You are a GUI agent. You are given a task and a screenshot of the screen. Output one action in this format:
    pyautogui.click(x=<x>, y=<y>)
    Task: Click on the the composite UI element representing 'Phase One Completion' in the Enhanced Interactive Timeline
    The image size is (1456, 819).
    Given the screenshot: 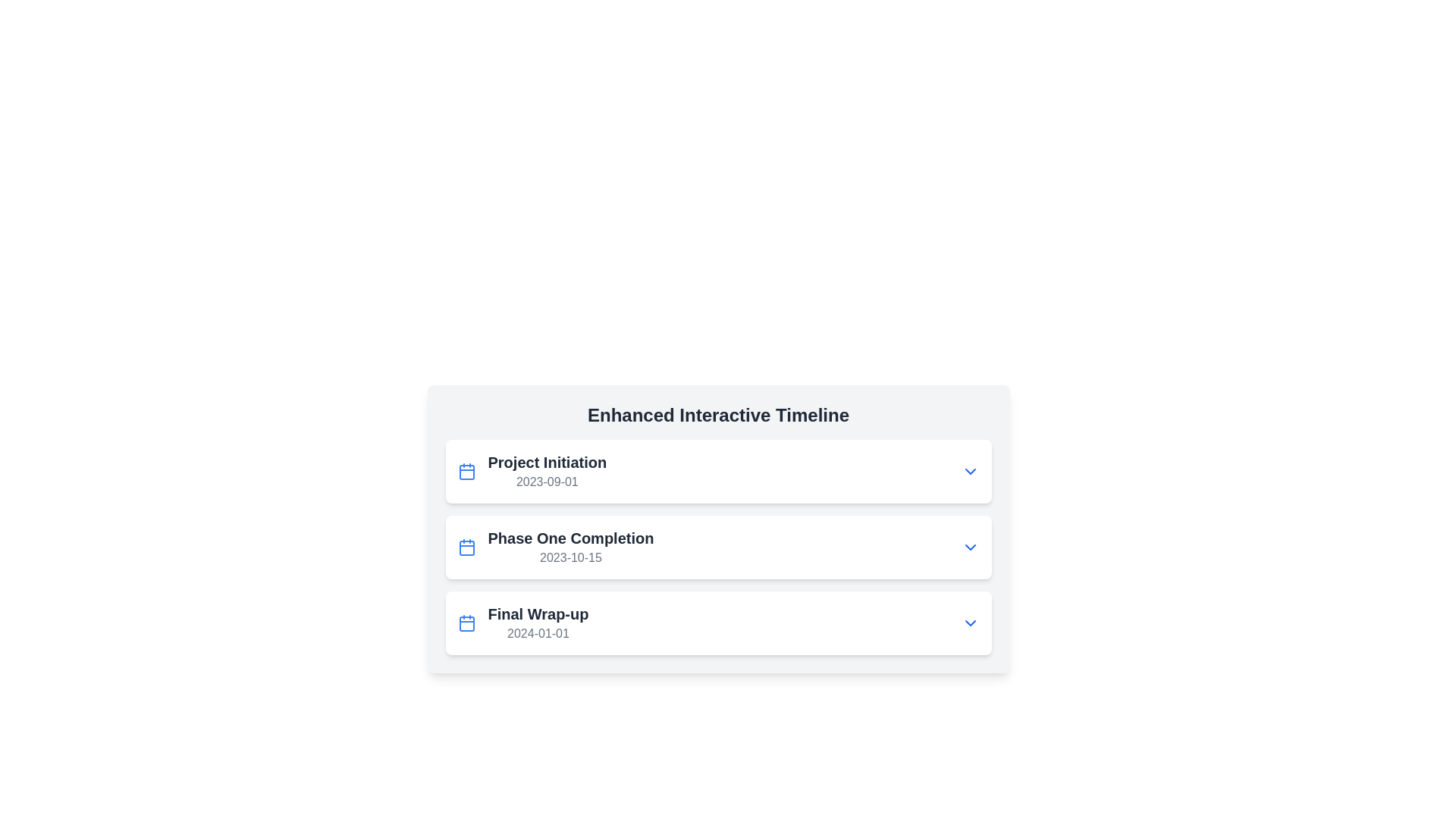 What is the action you would take?
    pyautogui.click(x=717, y=547)
    